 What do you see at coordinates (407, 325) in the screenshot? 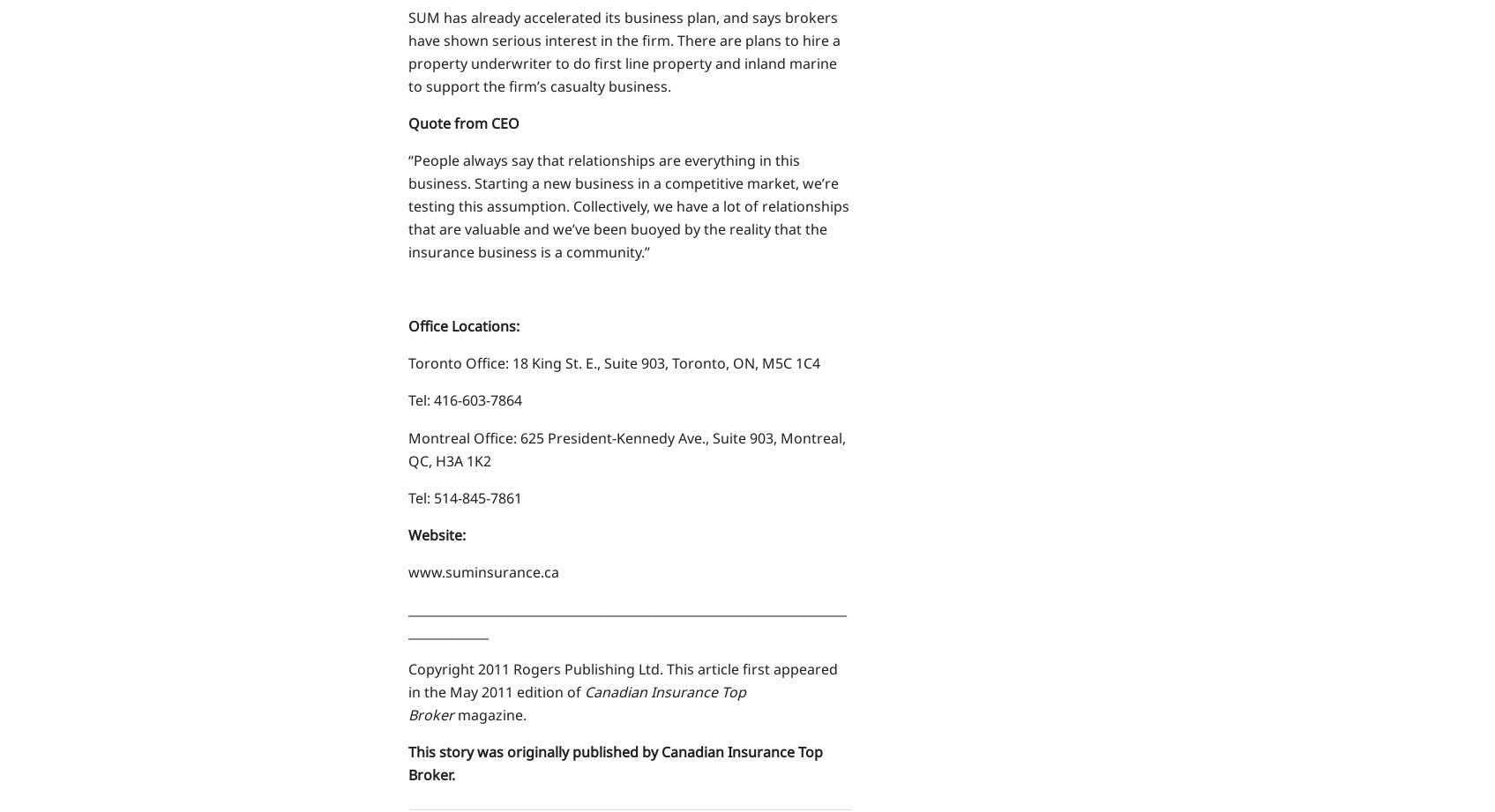
I see `'Office Locations:'` at bounding box center [407, 325].